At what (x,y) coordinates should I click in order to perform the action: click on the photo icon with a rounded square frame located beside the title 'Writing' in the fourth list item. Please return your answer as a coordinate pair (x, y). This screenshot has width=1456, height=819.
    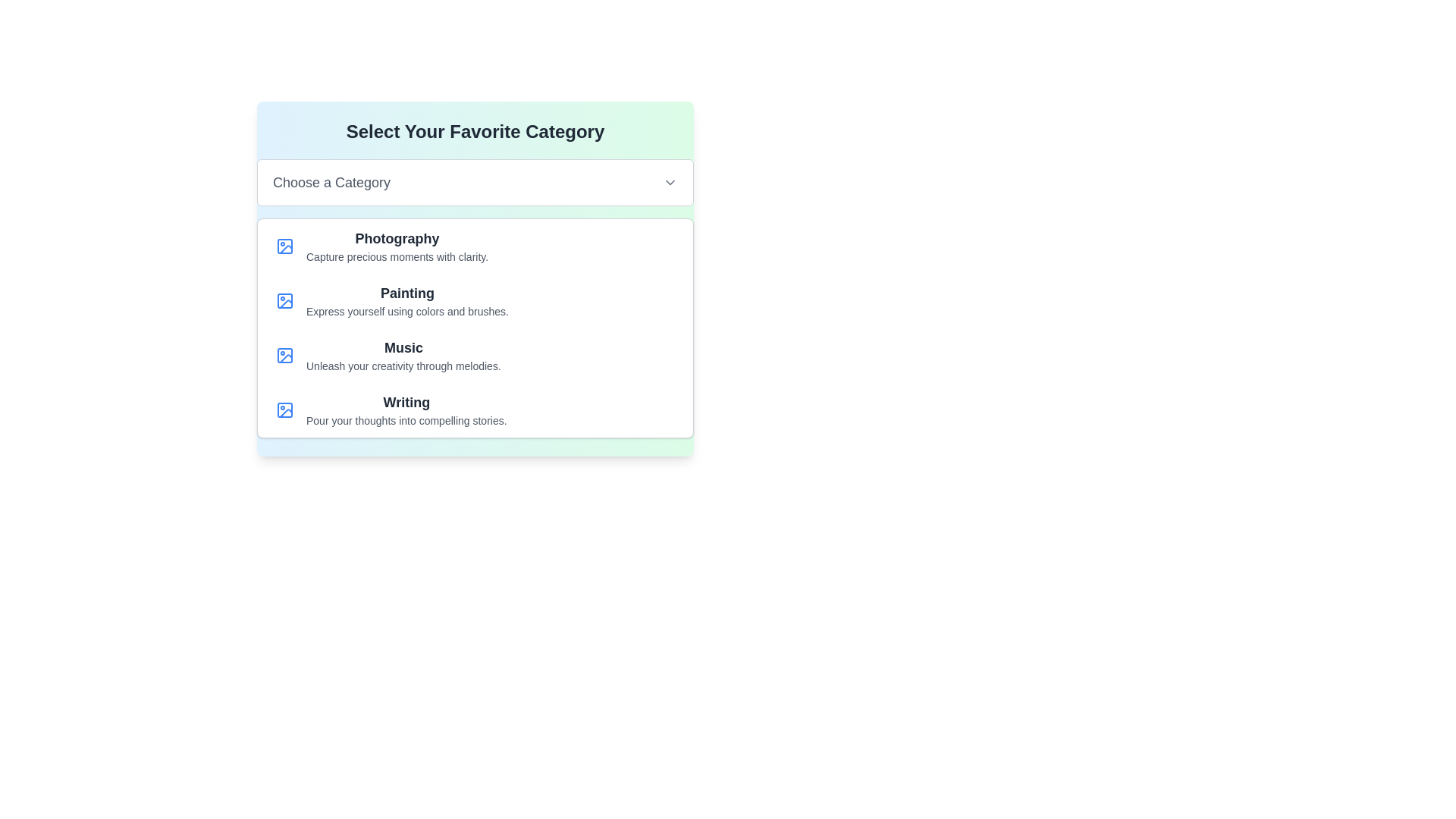
    Looking at the image, I should click on (284, 409).